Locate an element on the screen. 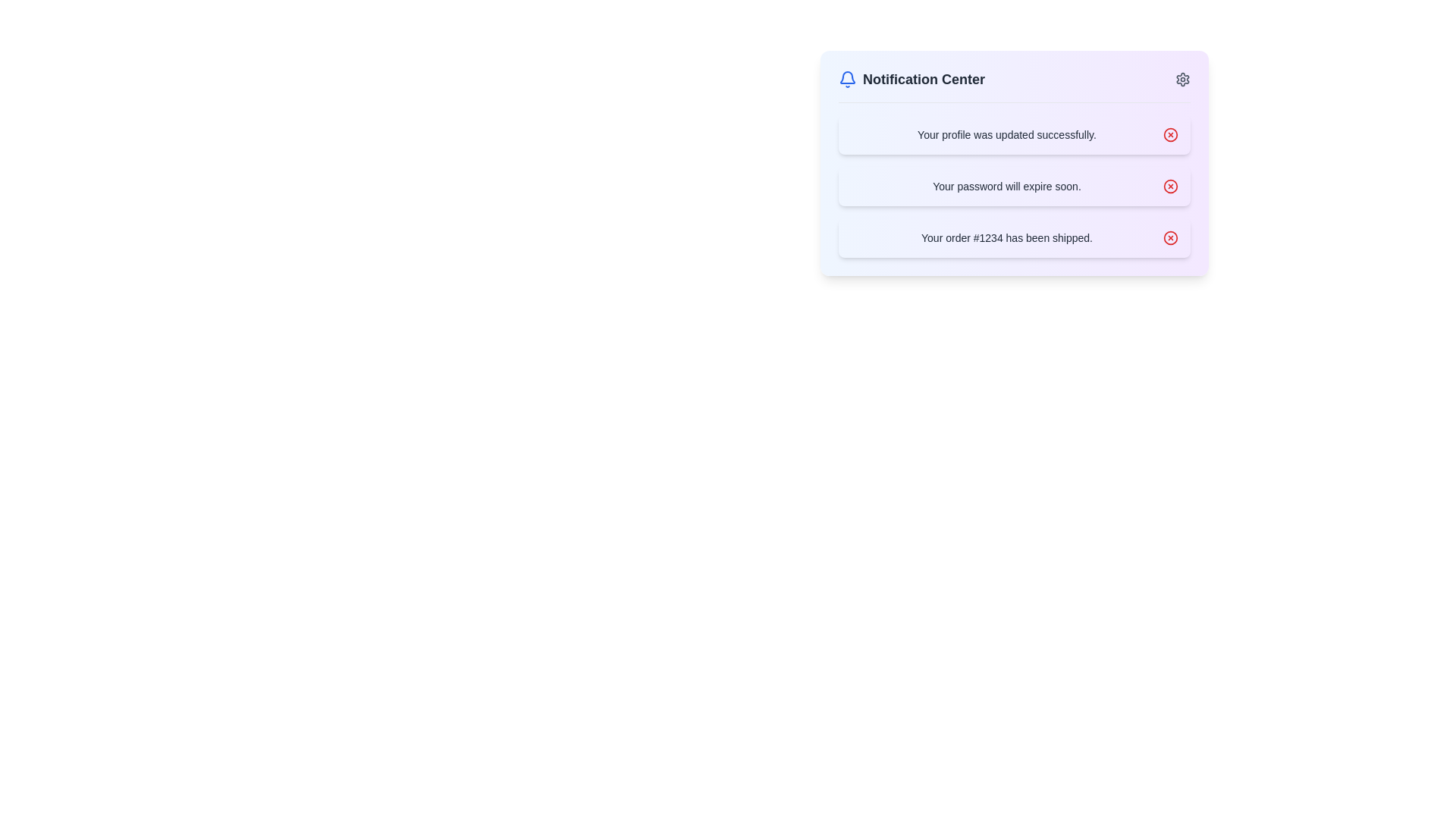 This screenshot has height=819, width=1456. the Text label that serves as the title for the notification interface, providing context for notifications is located at coordinates (923, 79).